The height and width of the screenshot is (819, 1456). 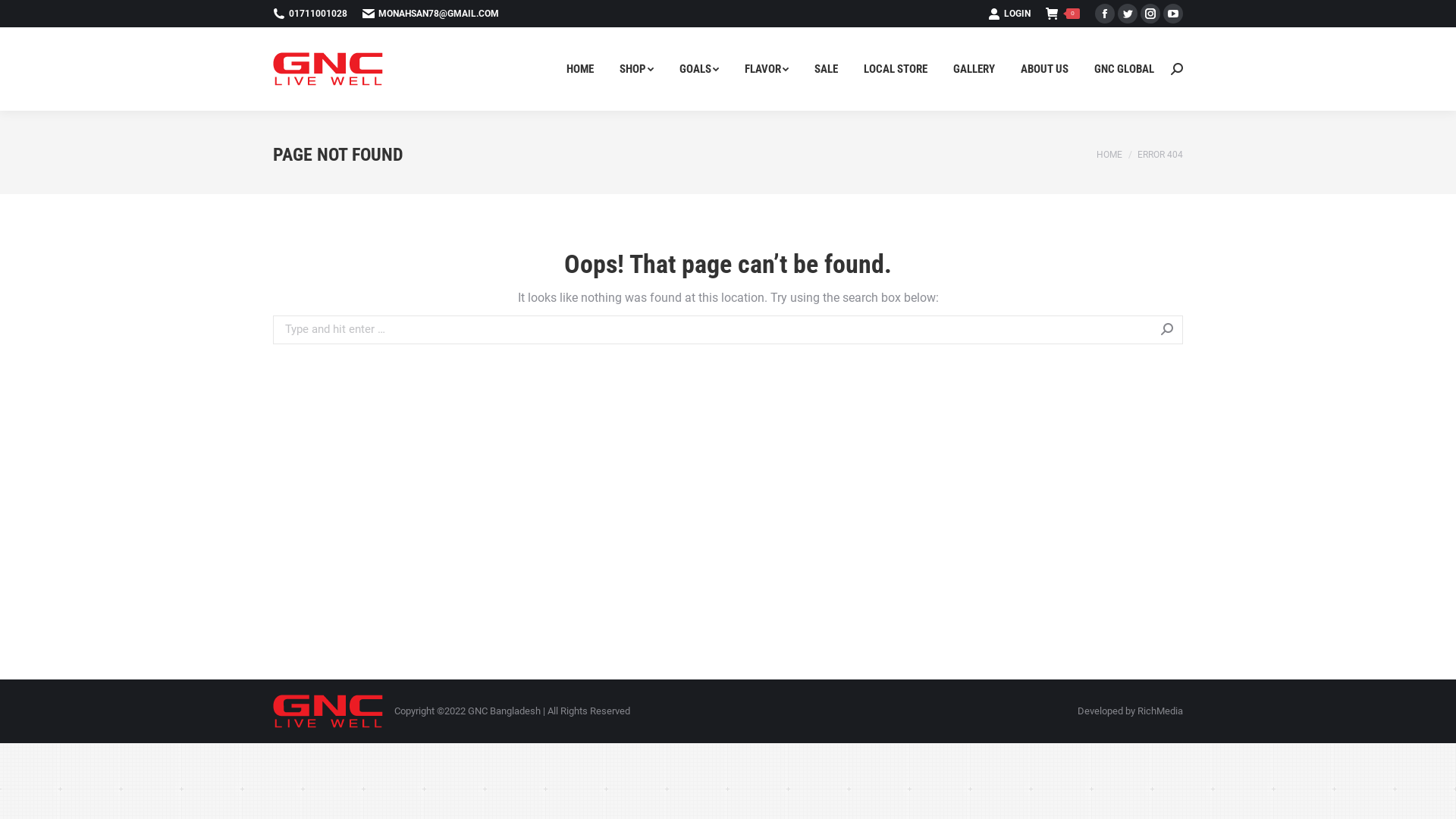 What do you see at coordinates (1150, 14) in the screenshot?
I see `'Instagram page opens in new window'` at bounding box center [1150, 14].